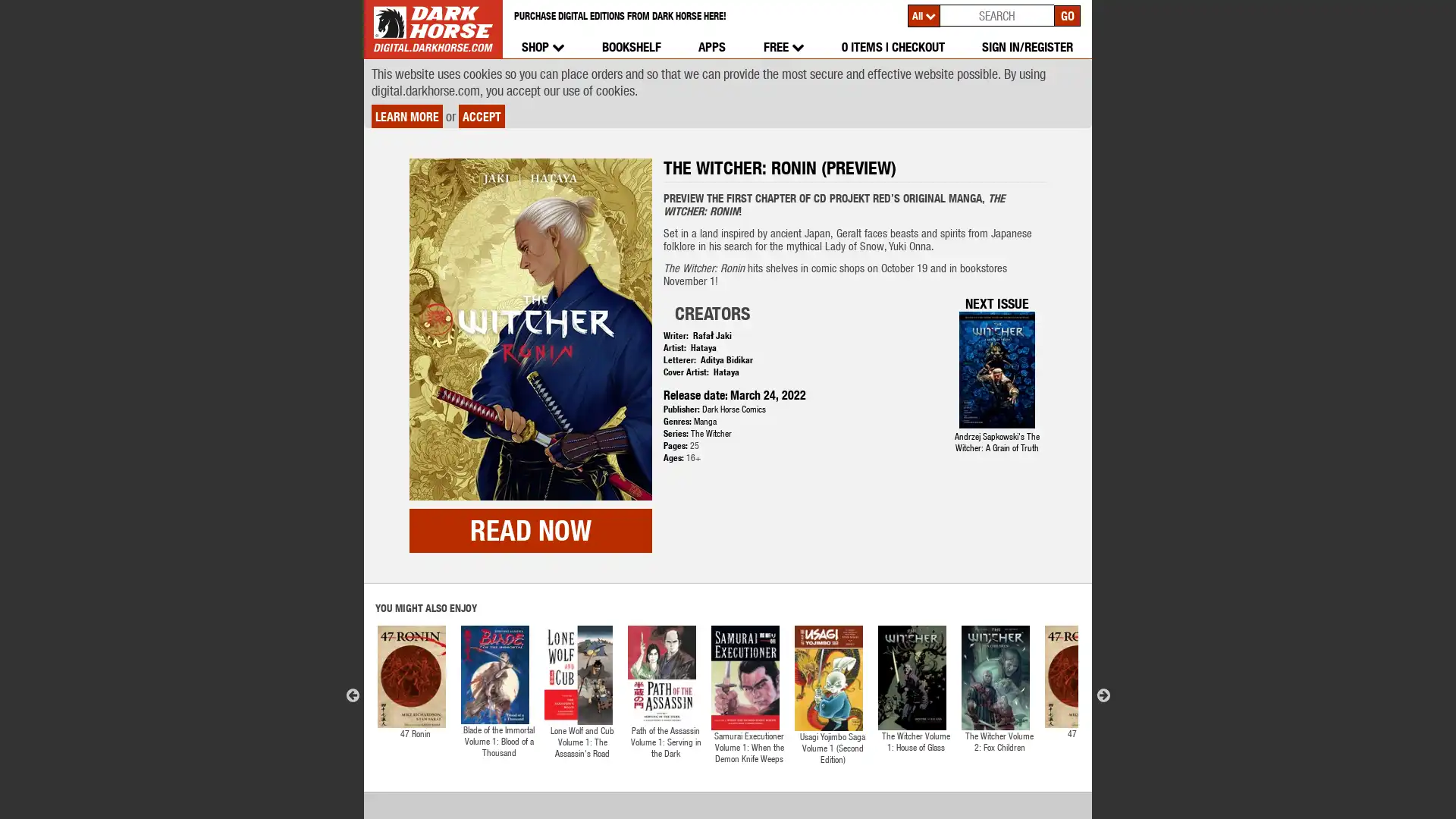  I want to click on Previous, so click(352, 626).